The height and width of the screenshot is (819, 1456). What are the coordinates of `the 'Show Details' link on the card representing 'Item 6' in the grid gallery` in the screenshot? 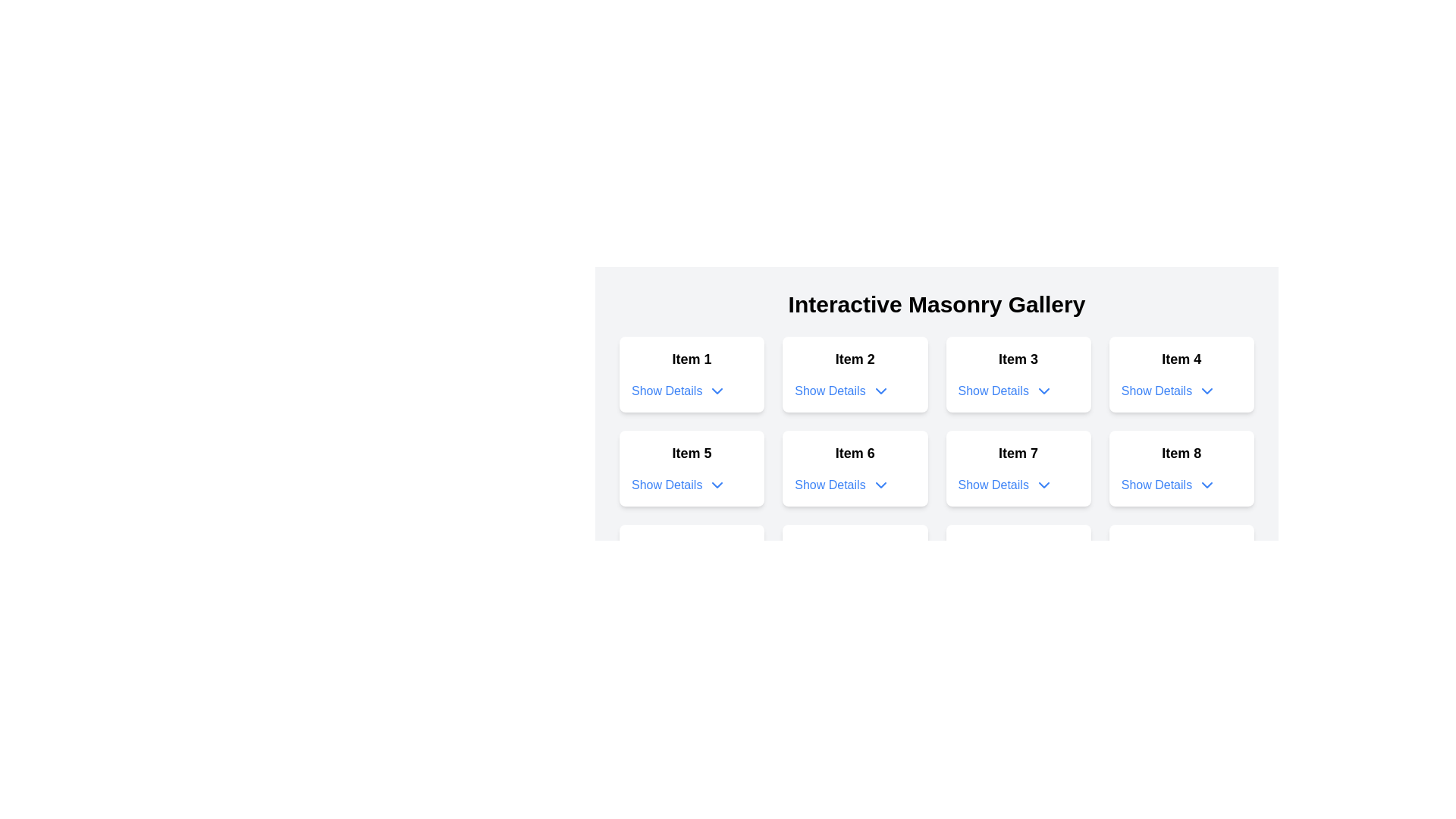 It's located at (855, 467).